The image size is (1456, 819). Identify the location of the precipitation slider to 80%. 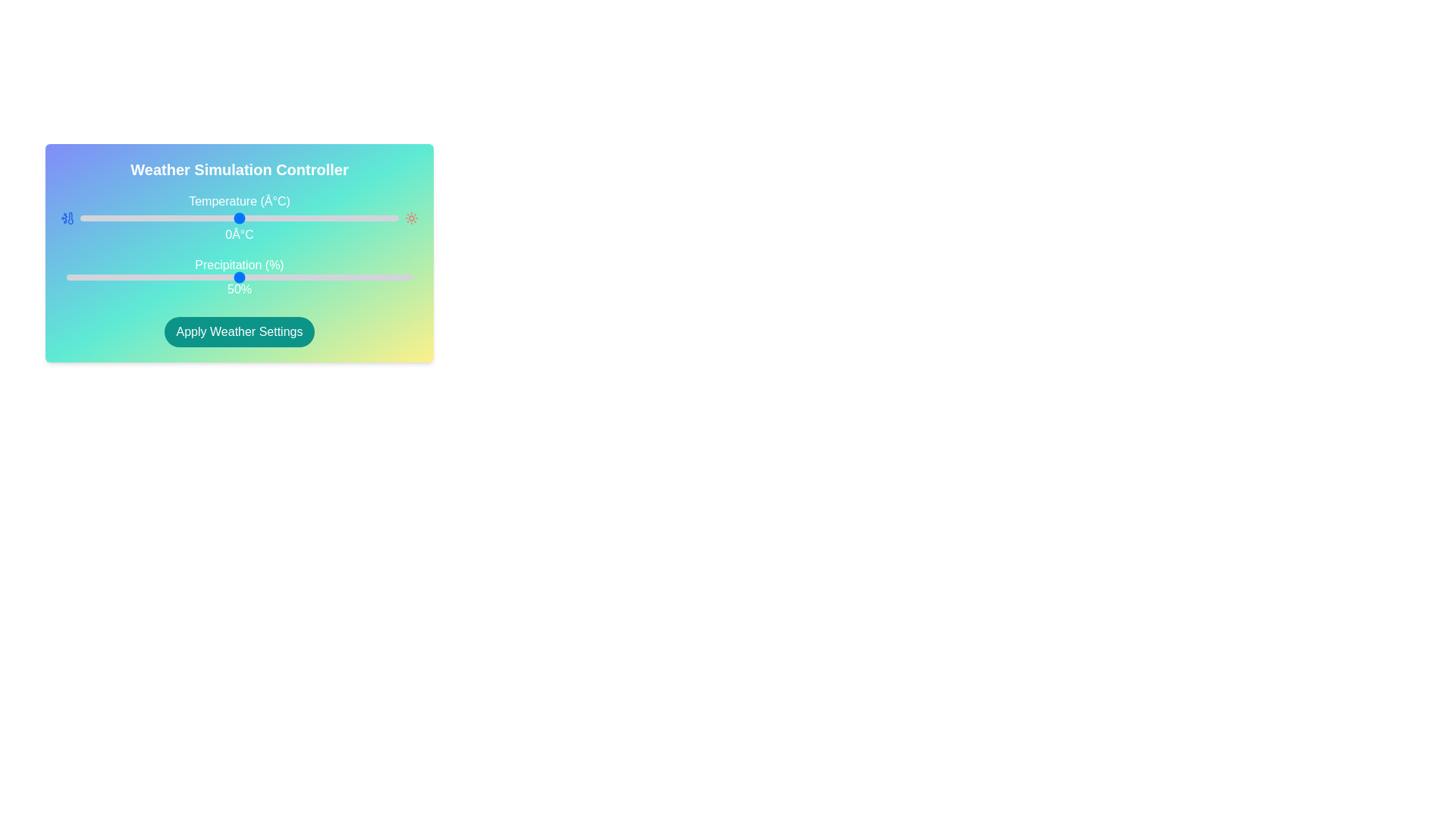
(342, 278).